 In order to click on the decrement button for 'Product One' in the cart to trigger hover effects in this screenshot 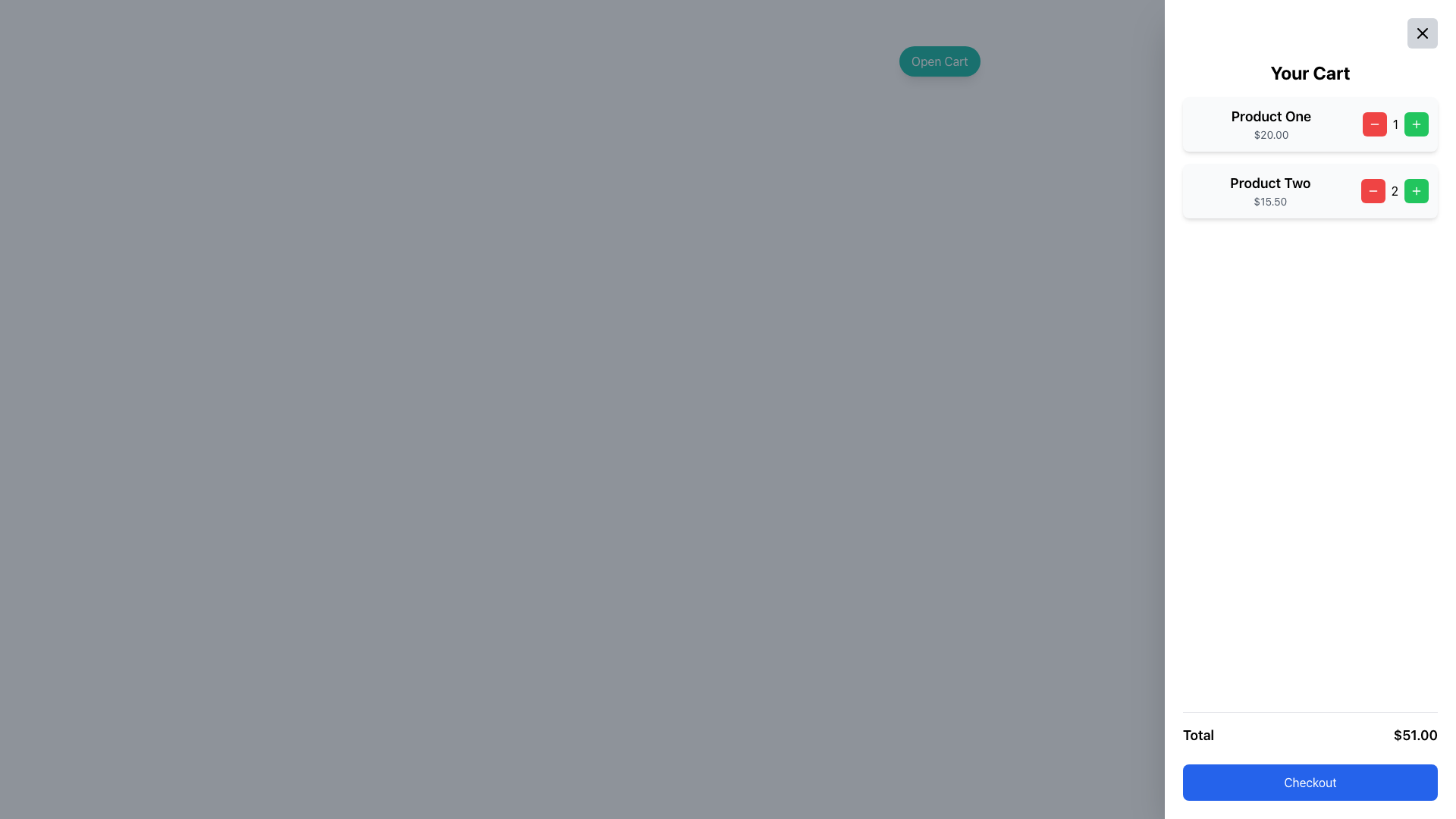, I will do `click(1374, 124)`.